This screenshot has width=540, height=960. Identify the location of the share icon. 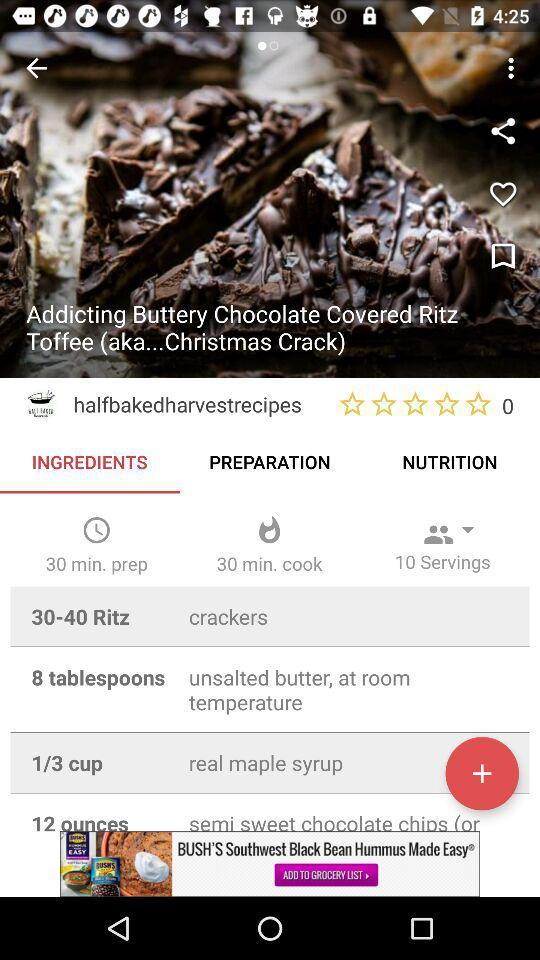
(502, 130).